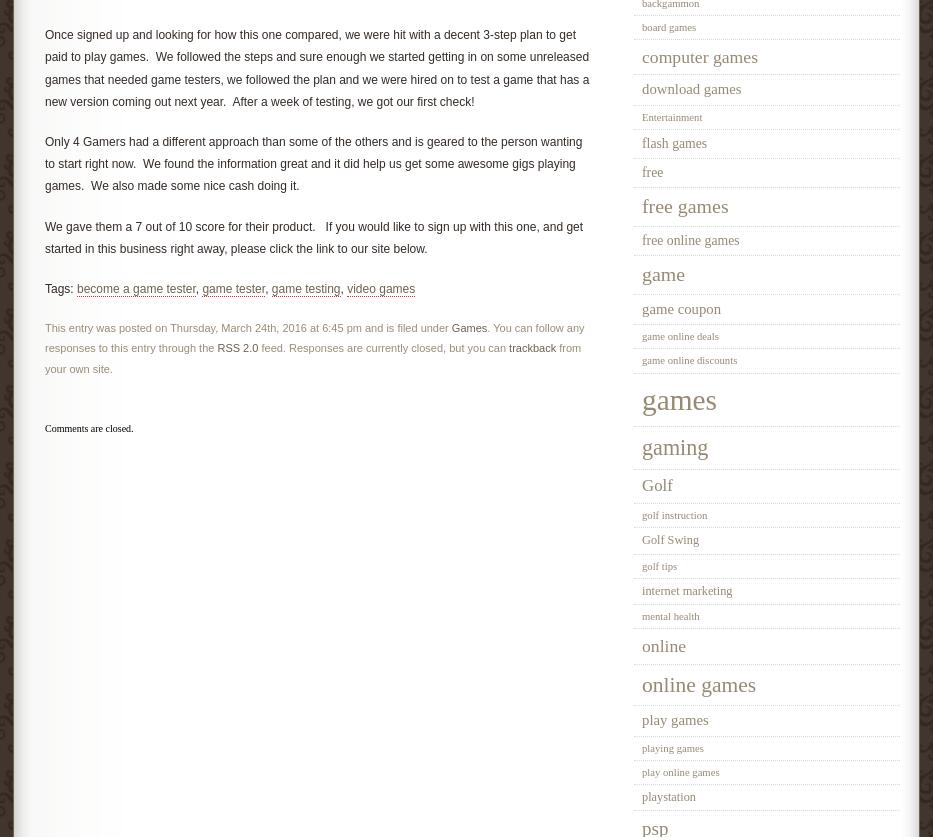  I want to click on 'mental health', so click(640, 616).